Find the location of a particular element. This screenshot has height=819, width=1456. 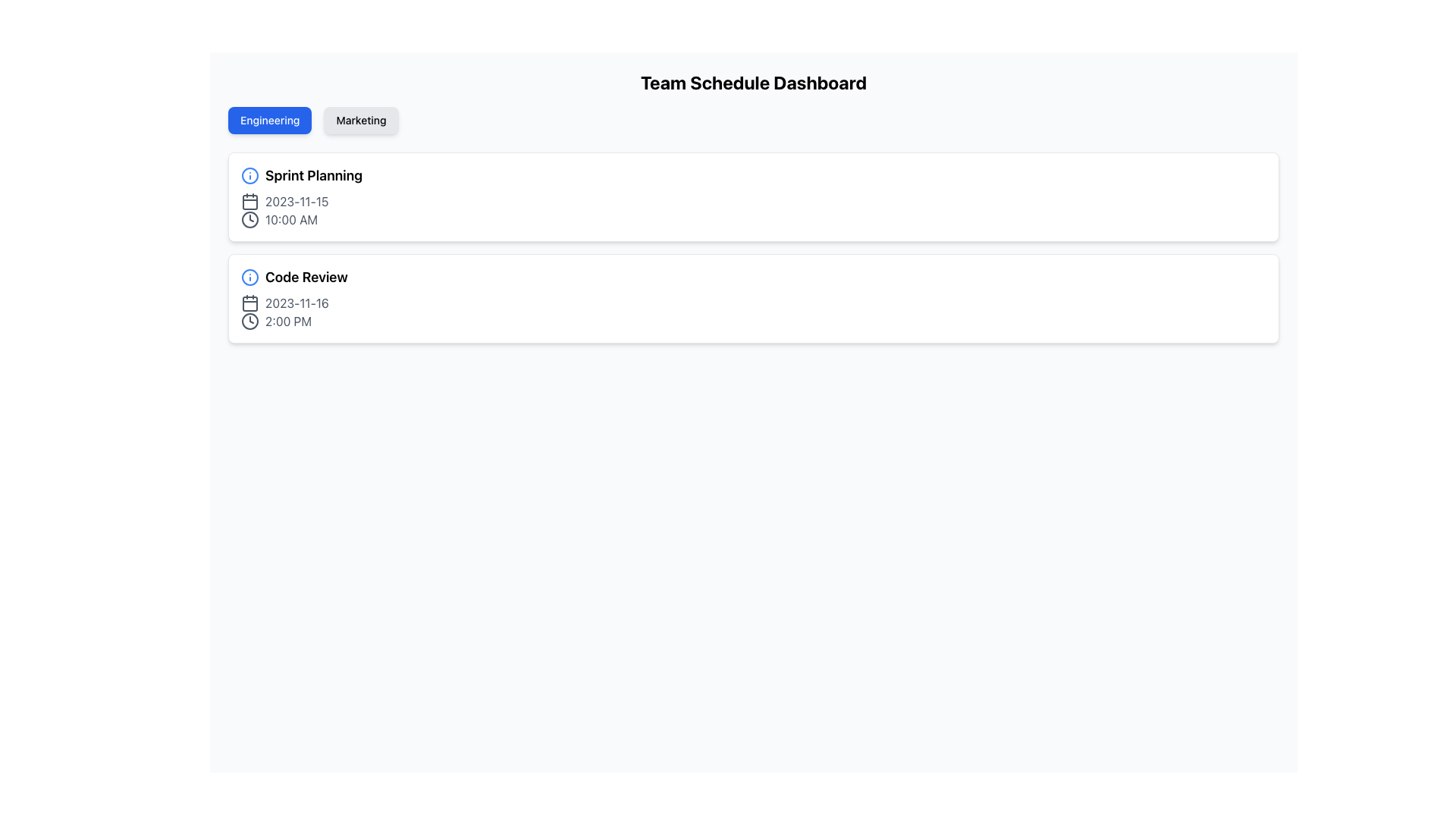

the clock icon located to the left of the text '10:00 AM', which indicates the time for the 'Sprint Planning' event is located at coordinates (250, 219).